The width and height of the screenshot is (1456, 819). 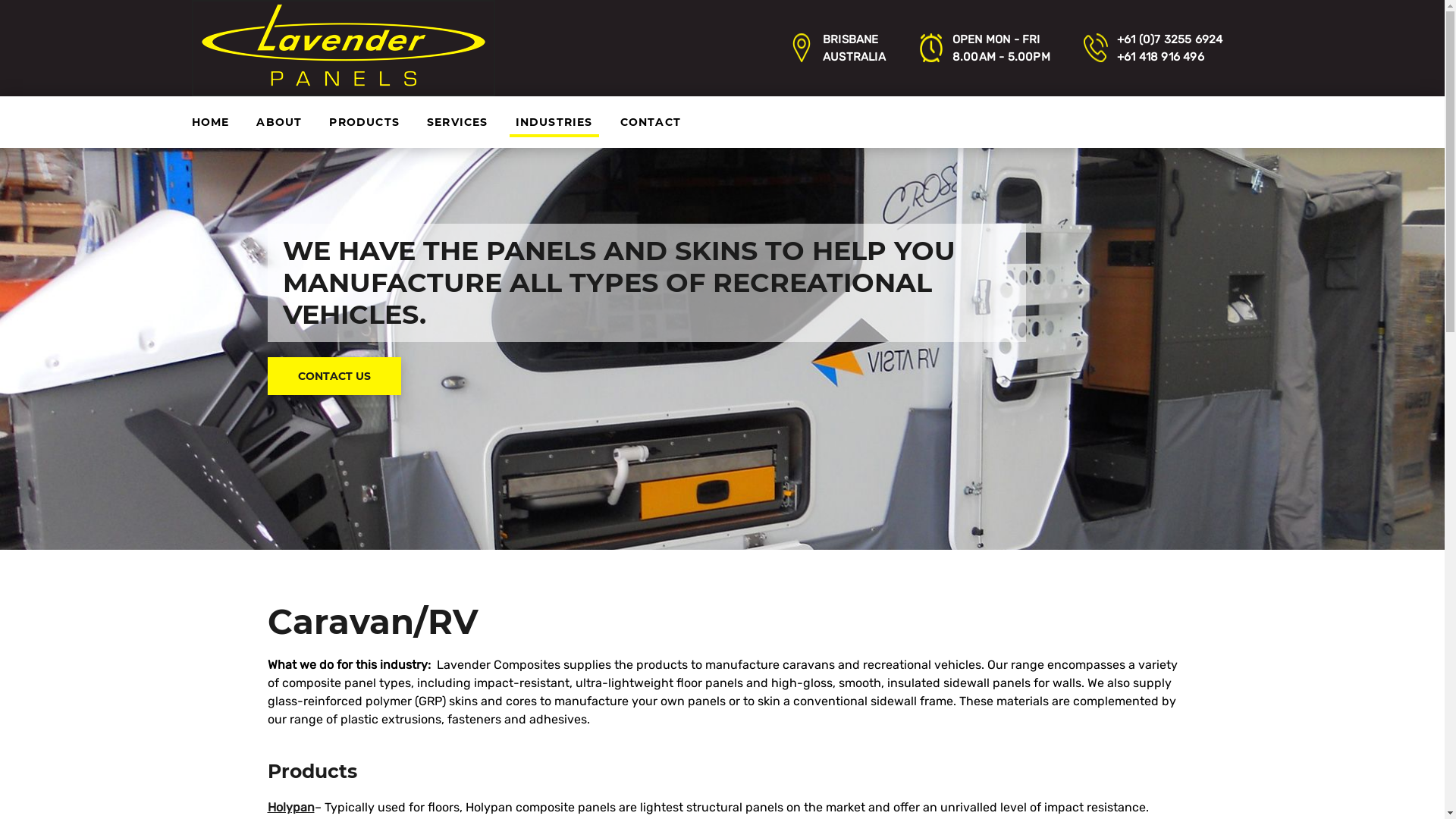 I want to click on 'INDUSTRIES', so click(x=553, y=121).